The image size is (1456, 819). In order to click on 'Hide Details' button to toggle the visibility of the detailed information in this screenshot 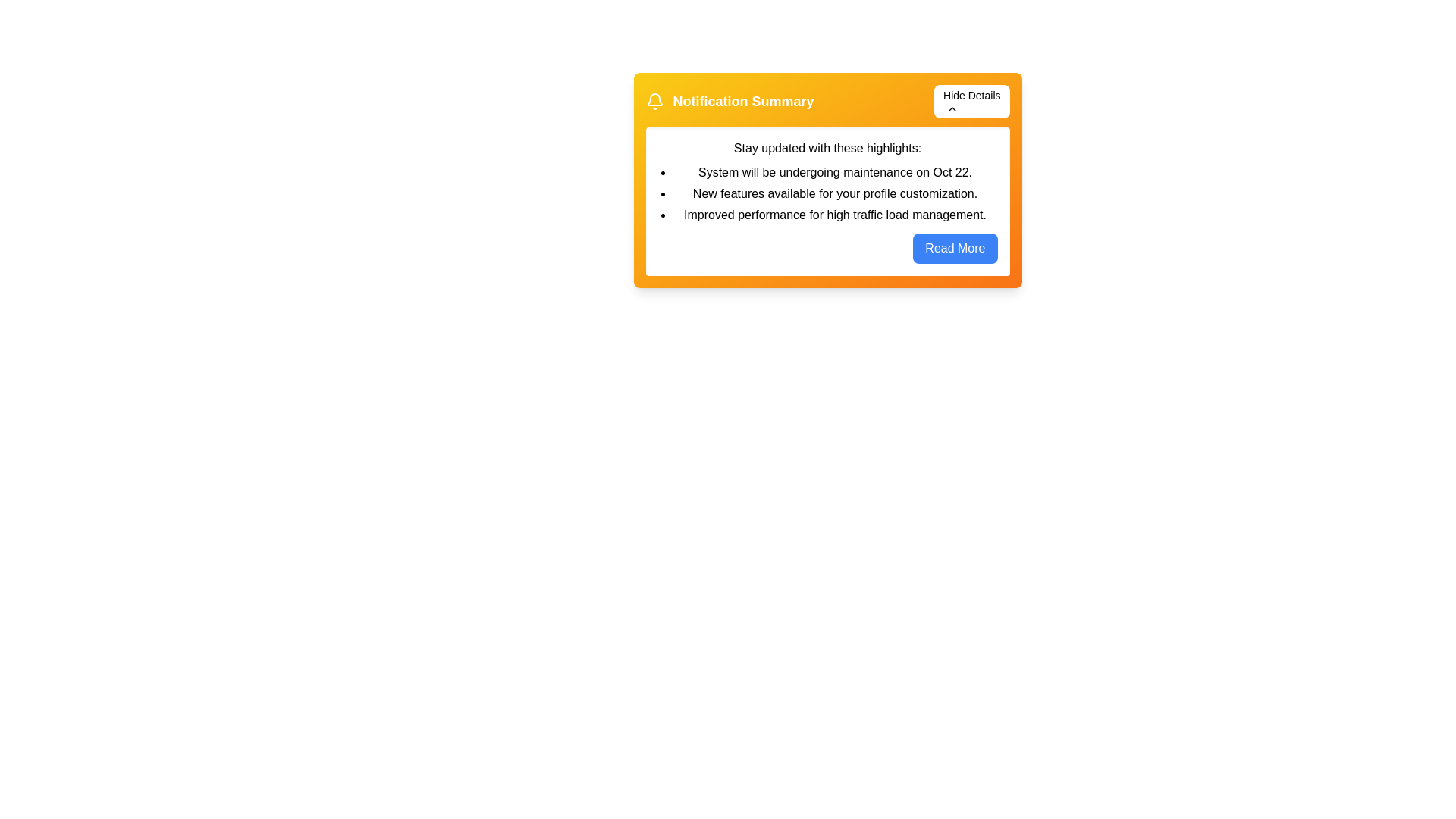, I will do `click(971, 102)`.